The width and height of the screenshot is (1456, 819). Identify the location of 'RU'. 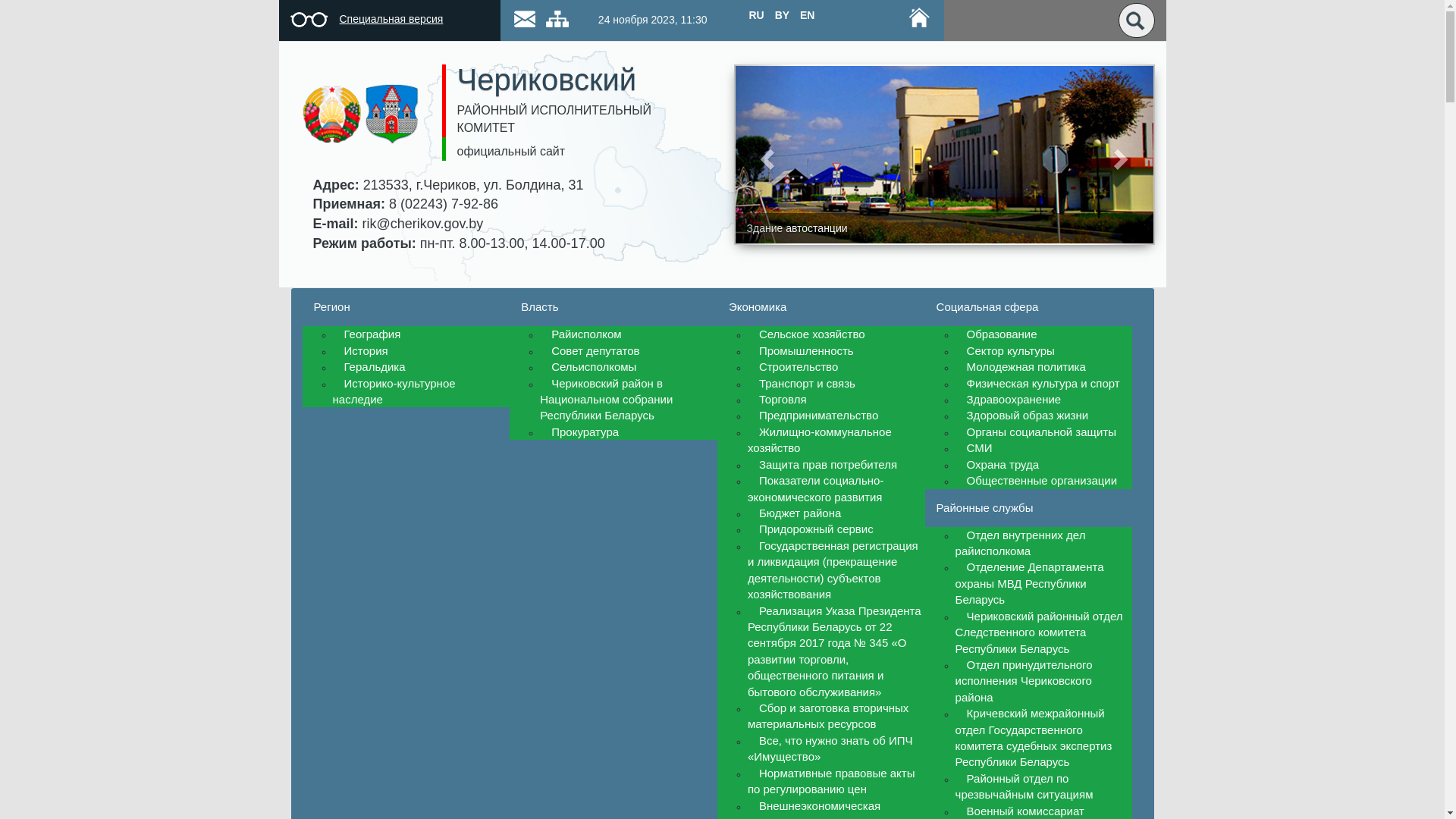
(756, 14).